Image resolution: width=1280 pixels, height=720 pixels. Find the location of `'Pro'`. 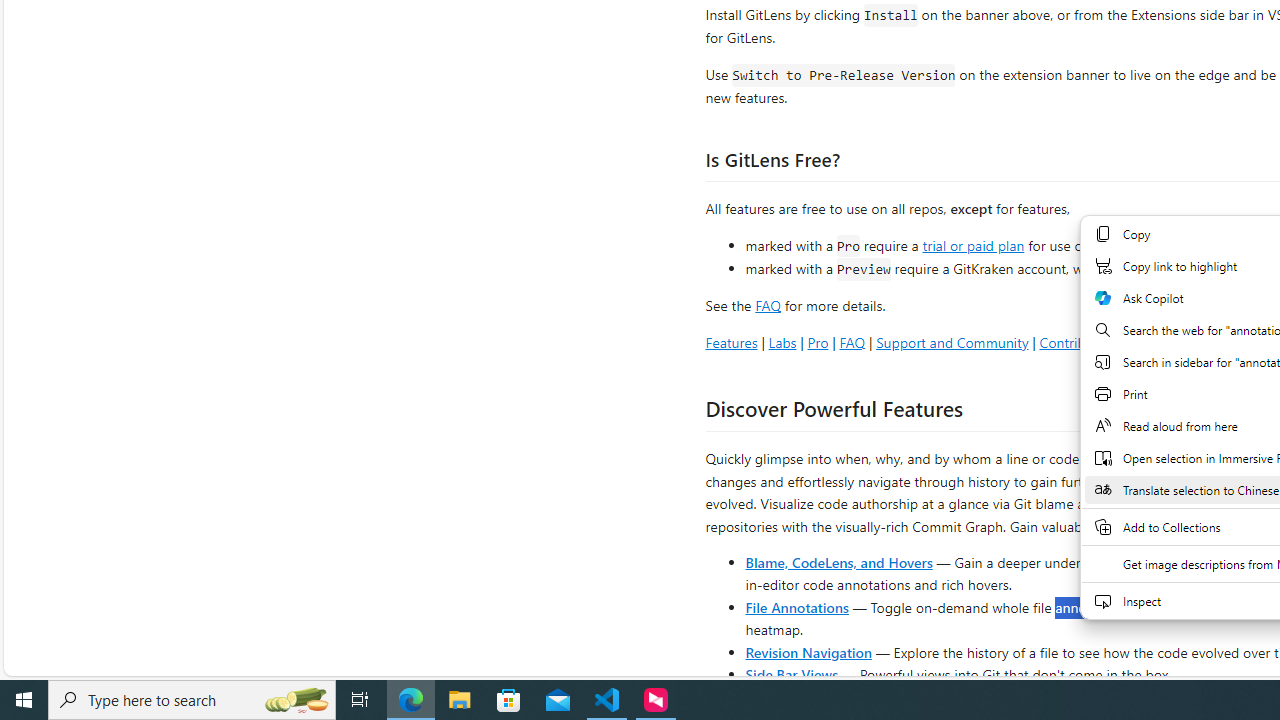

'Pro' is located at coordinates (817, 341).